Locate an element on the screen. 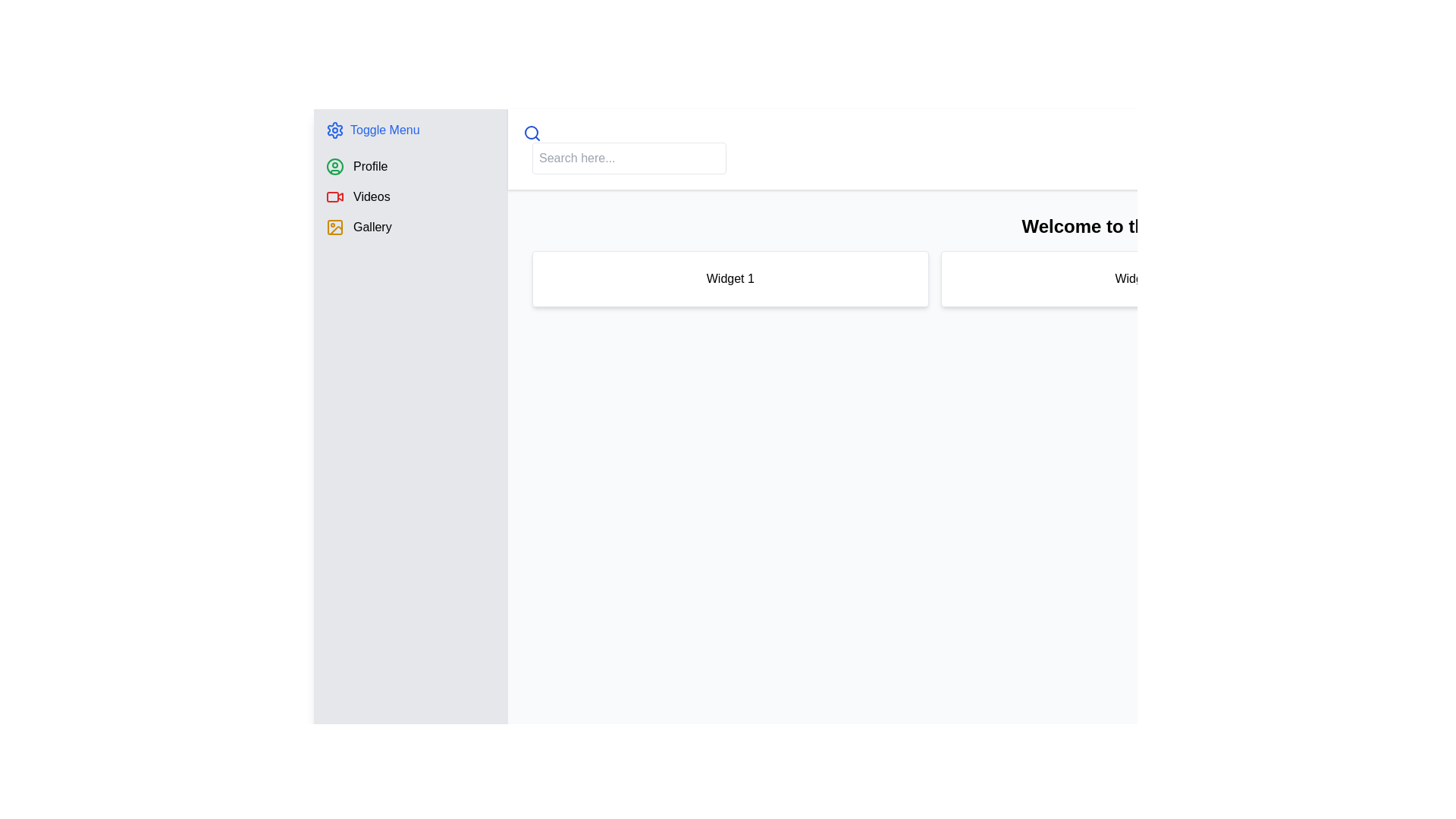 The image size is (1456, 819). the circular icon of the search functionality, which is centered within the larger magnifying glass symbol at the top of the interface near the search input field is located at coordinates (531, 131).